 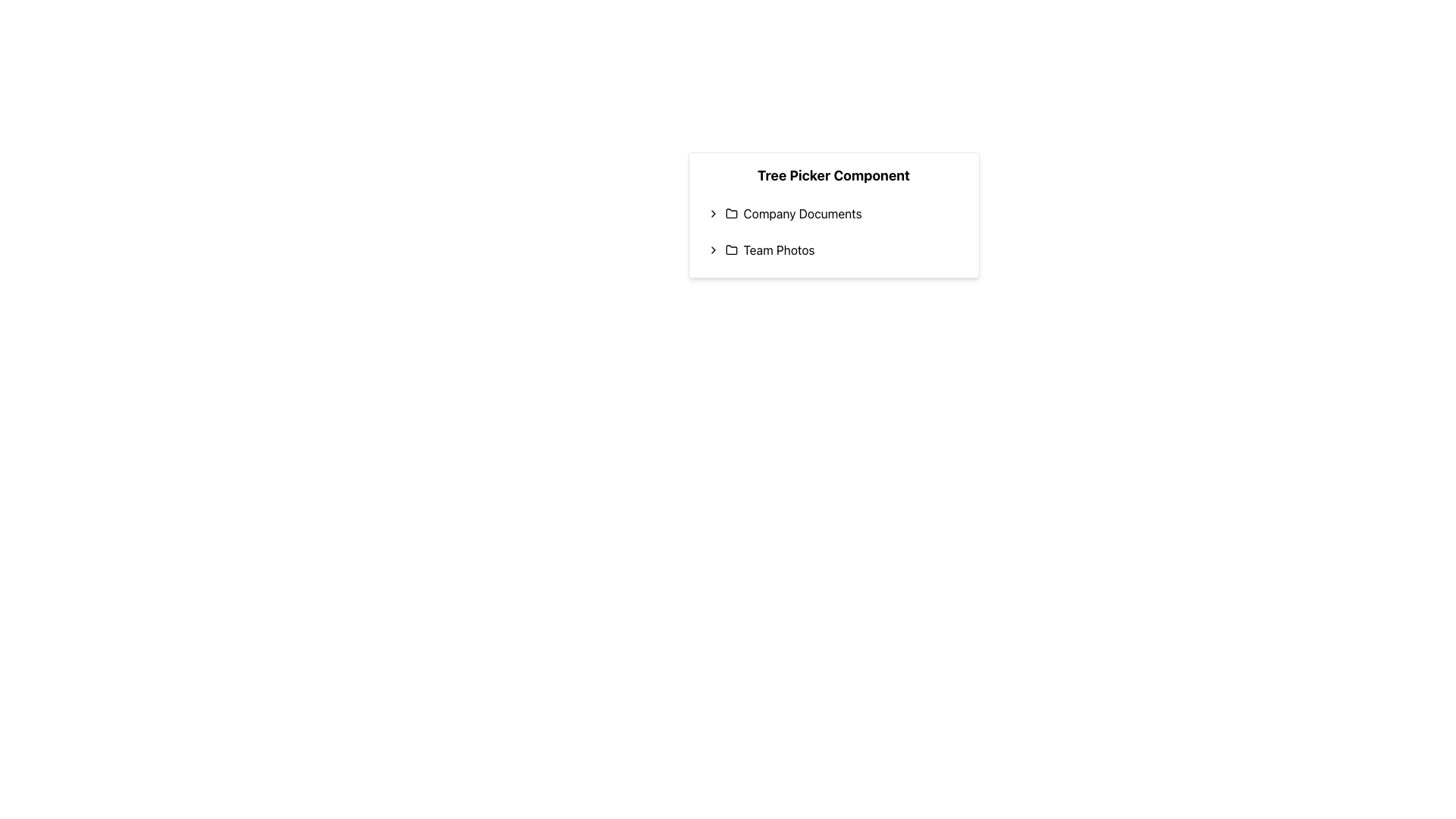 I want to click on the rightward chevron icon located to the left of the 'Team Photos' text in the second row of the hierarchical navigation component, so click(x=712, y=249).